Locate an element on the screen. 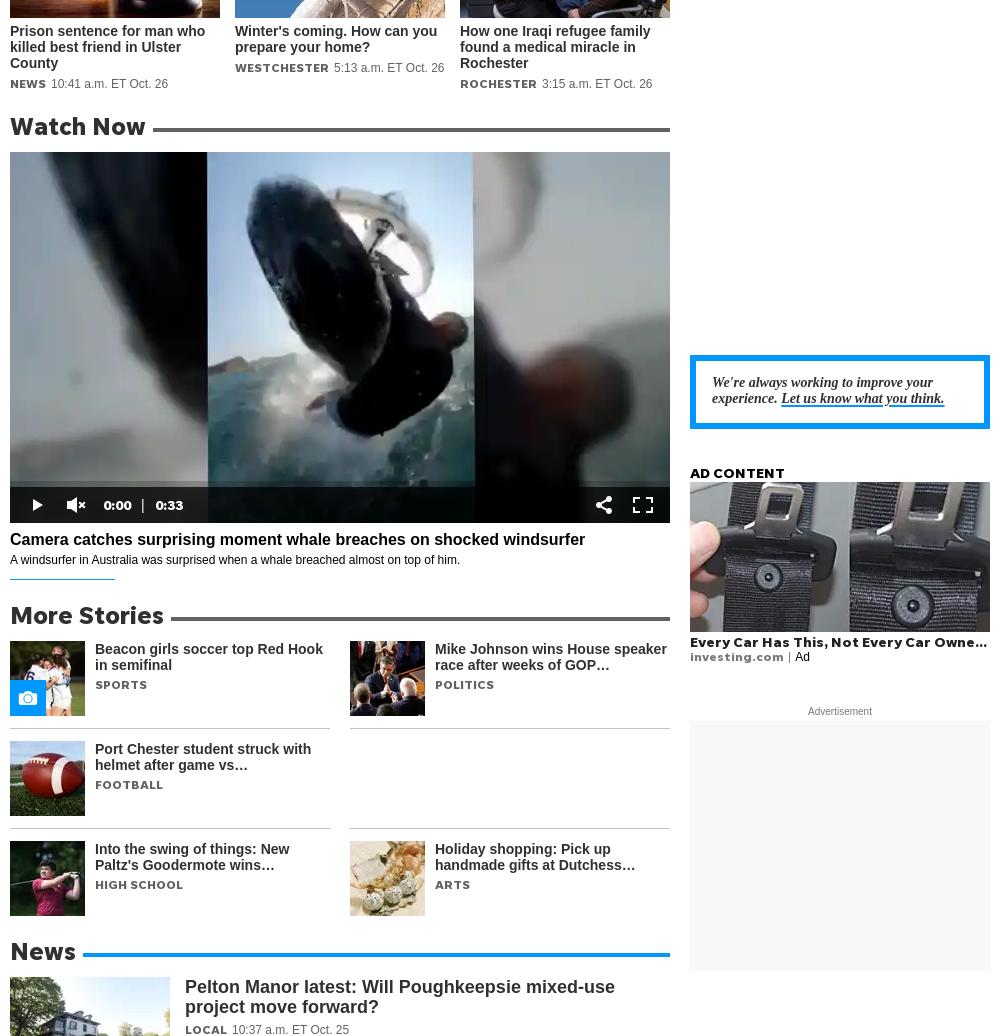  'Mike Johnson wins House speaker race after weeks of GOP…' is located at coordinates (550, 657).